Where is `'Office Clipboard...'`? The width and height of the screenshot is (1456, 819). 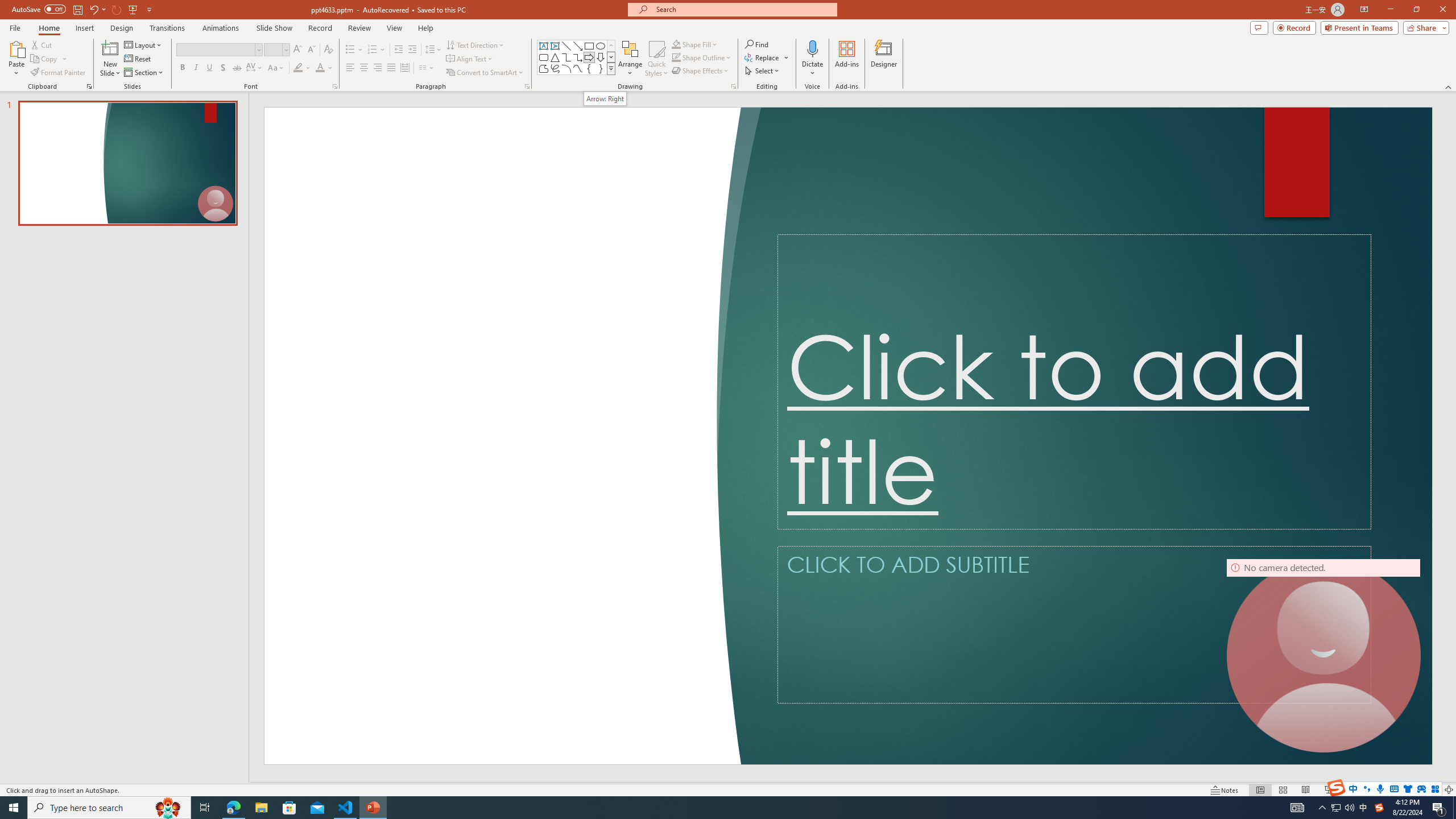
'Office Clipboard...' is located at coordinates (88, 85).